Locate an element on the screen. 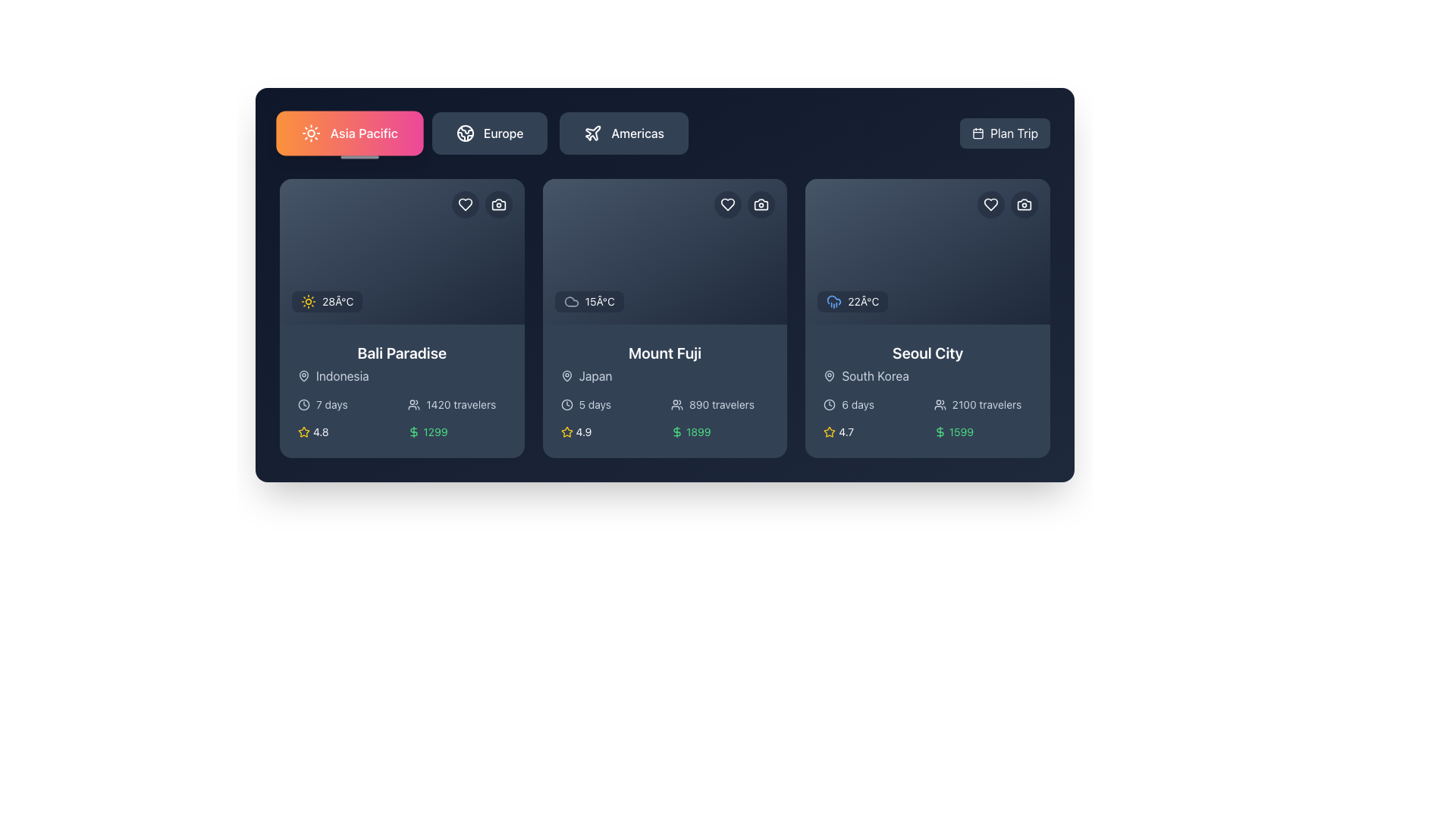 The image size is (1456, 819). the text label displaying 'Japan', which is aligned next to a map pin icon under the title 'Mount Fuji' in the second card of the main content area is located at coordinates (595, 375).